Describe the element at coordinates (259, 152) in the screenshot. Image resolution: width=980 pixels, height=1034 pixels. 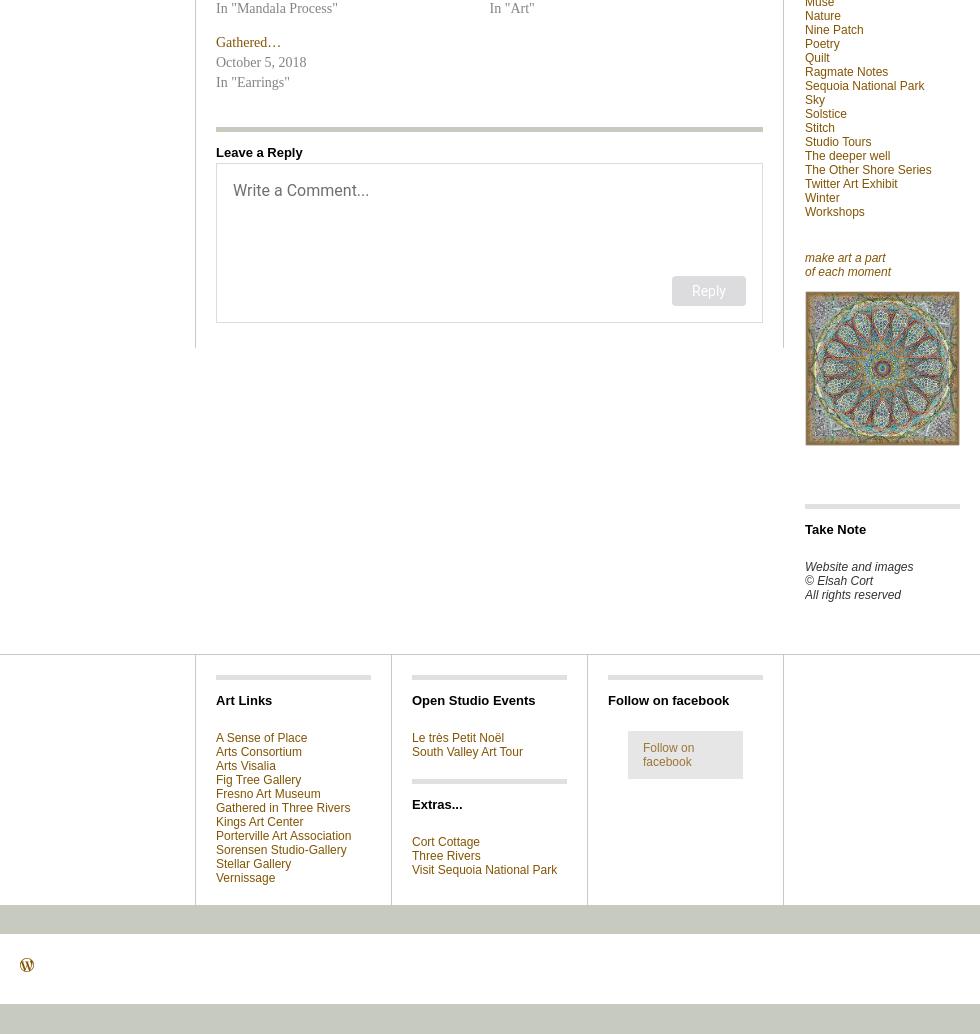
I see `'Leave a Reply'` at that location.